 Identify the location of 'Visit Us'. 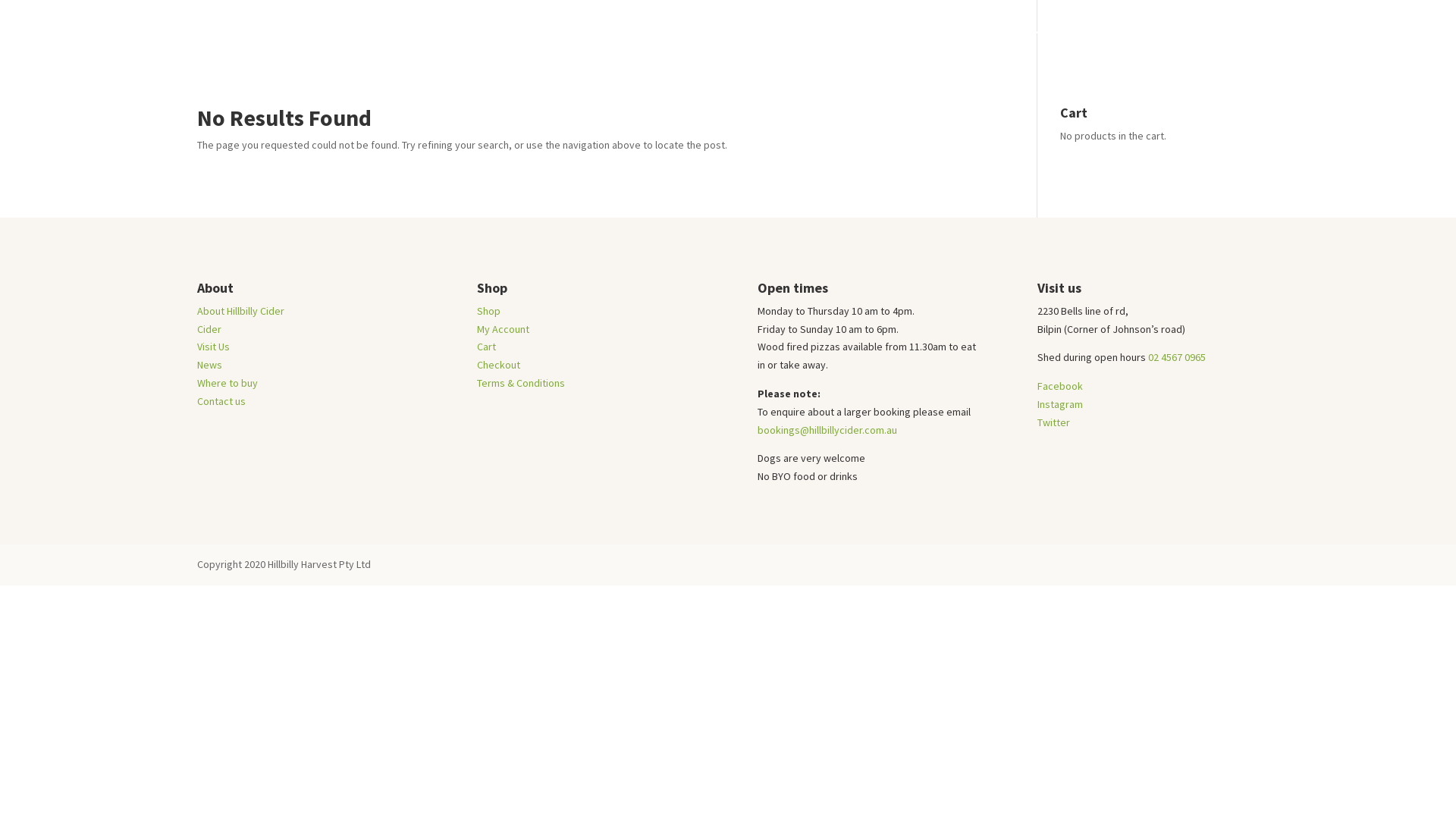
(196, 346).